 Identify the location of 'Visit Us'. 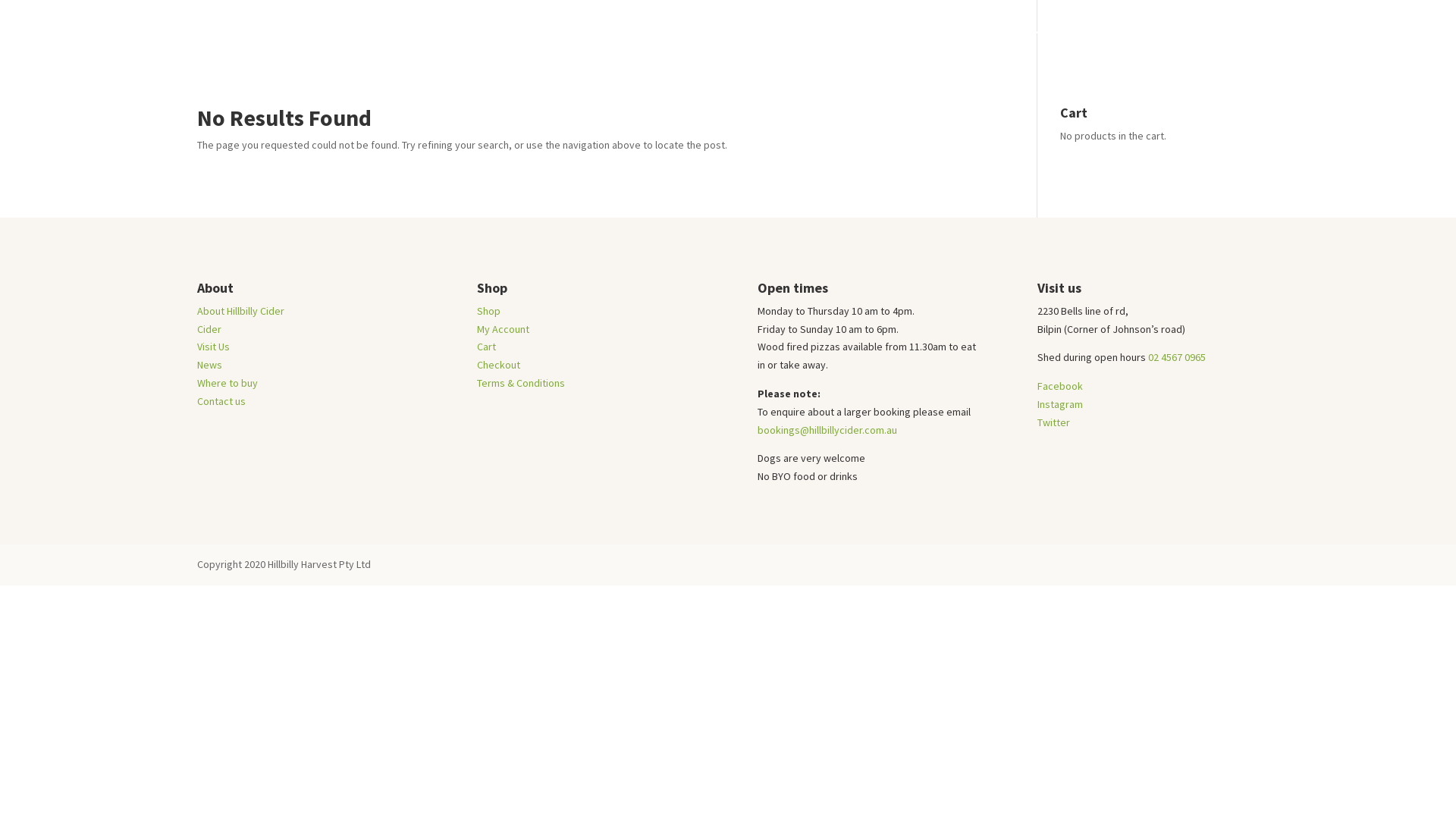
(196, 346).